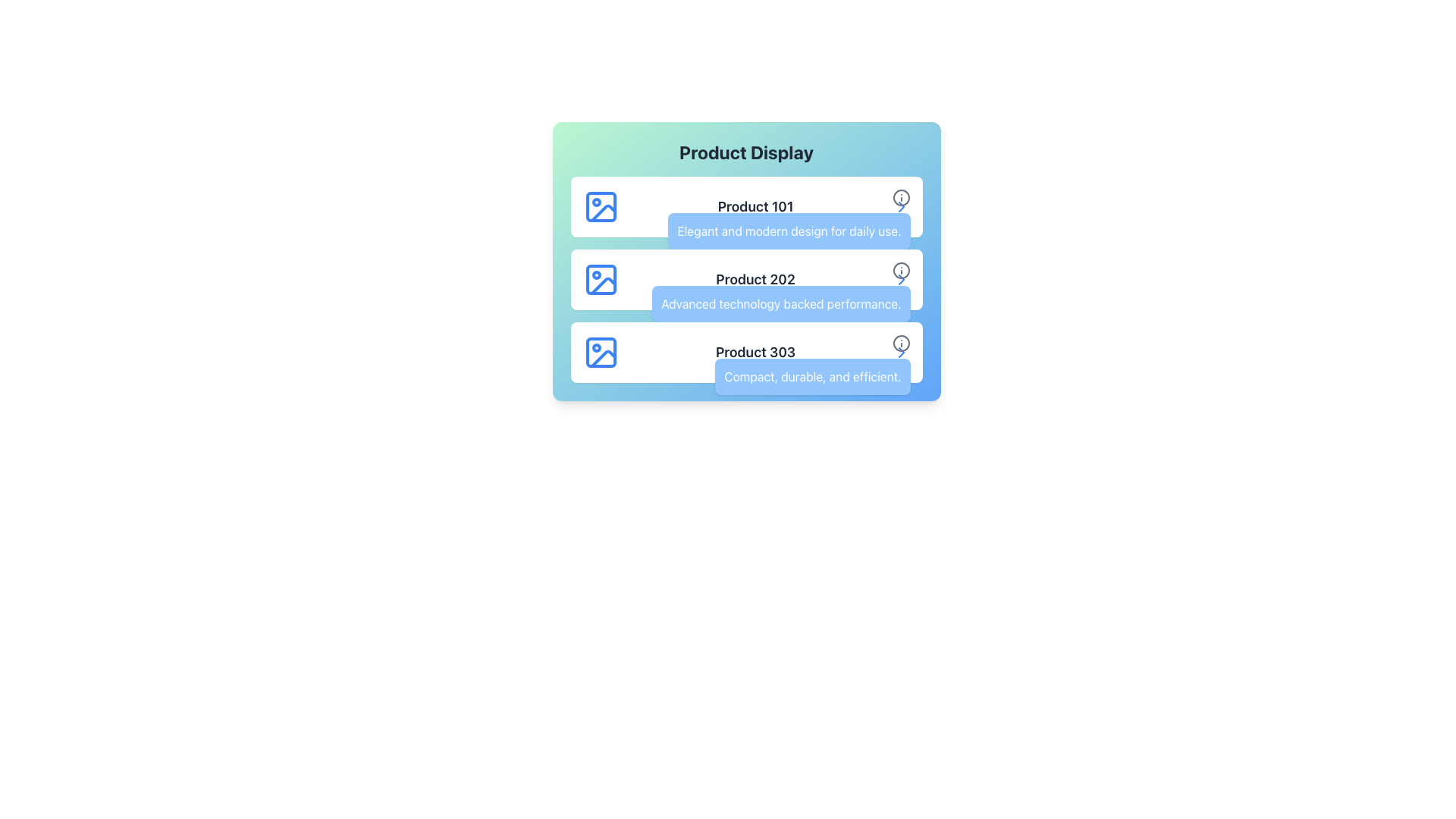 Image resolution: width=1456 pixels, height=819 pixels. What do you see at coordinates (600, 280) in the screenshot?
I see `the blue outlined icon representing 'Product 202' if it is linked` at bounding box center [600, 280].